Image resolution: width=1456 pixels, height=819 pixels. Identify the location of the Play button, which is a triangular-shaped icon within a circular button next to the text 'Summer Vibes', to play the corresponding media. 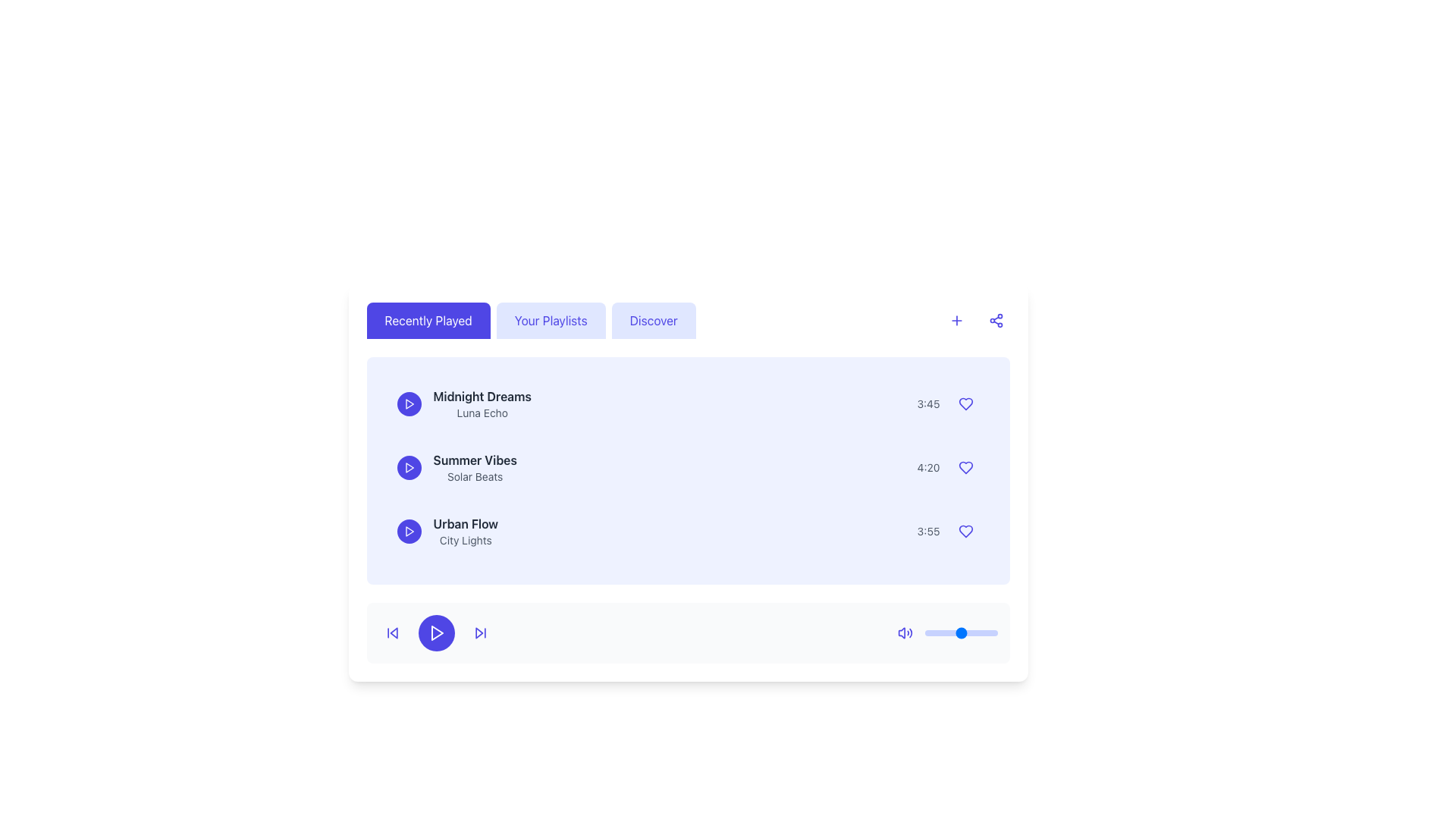
(409, 467).